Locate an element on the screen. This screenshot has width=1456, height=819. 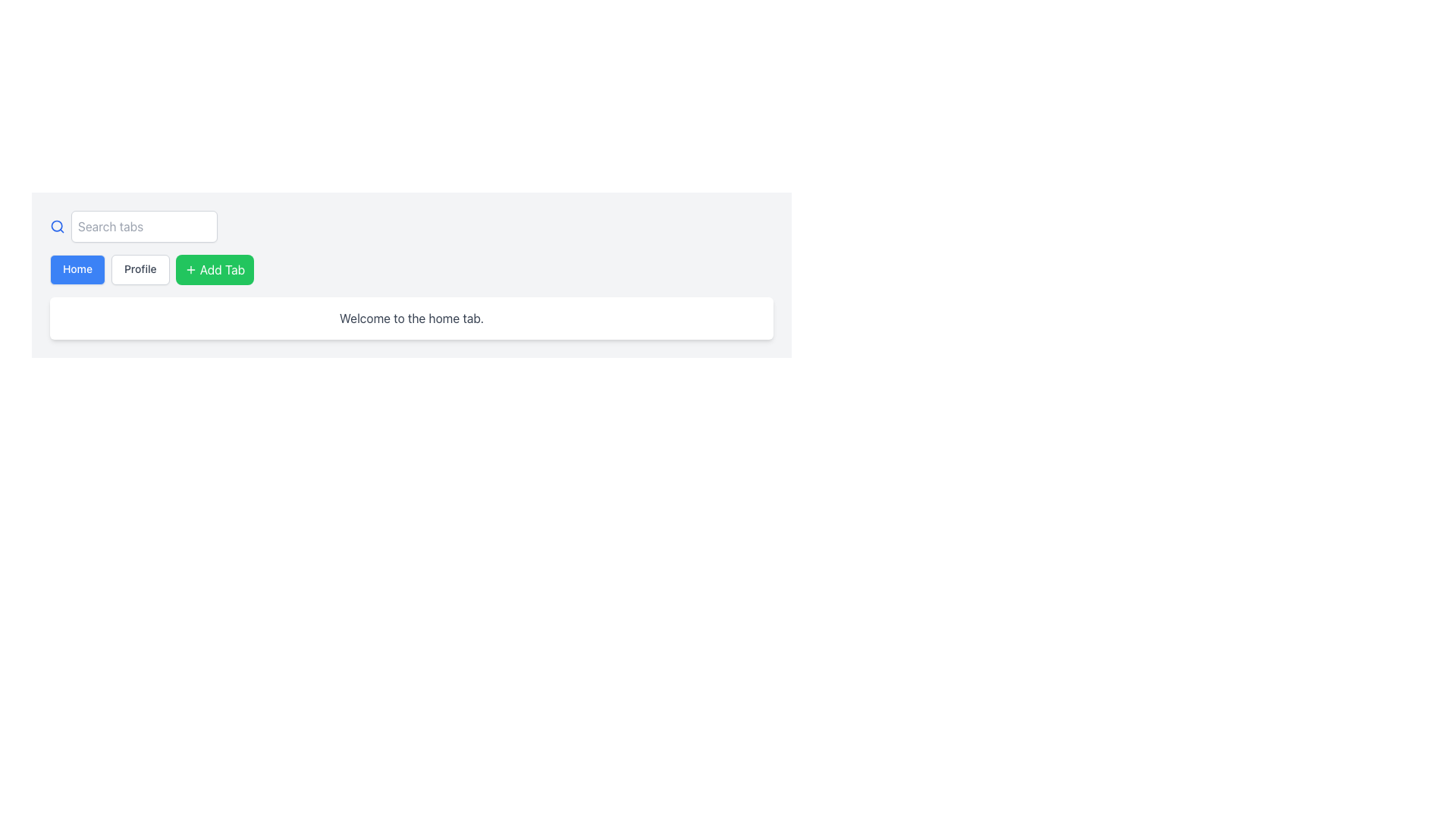
the circular blue magnifying glass icon located at the top left corner of the interface, before the 'Search tabs' text input field is located at coordinates (58, 227).